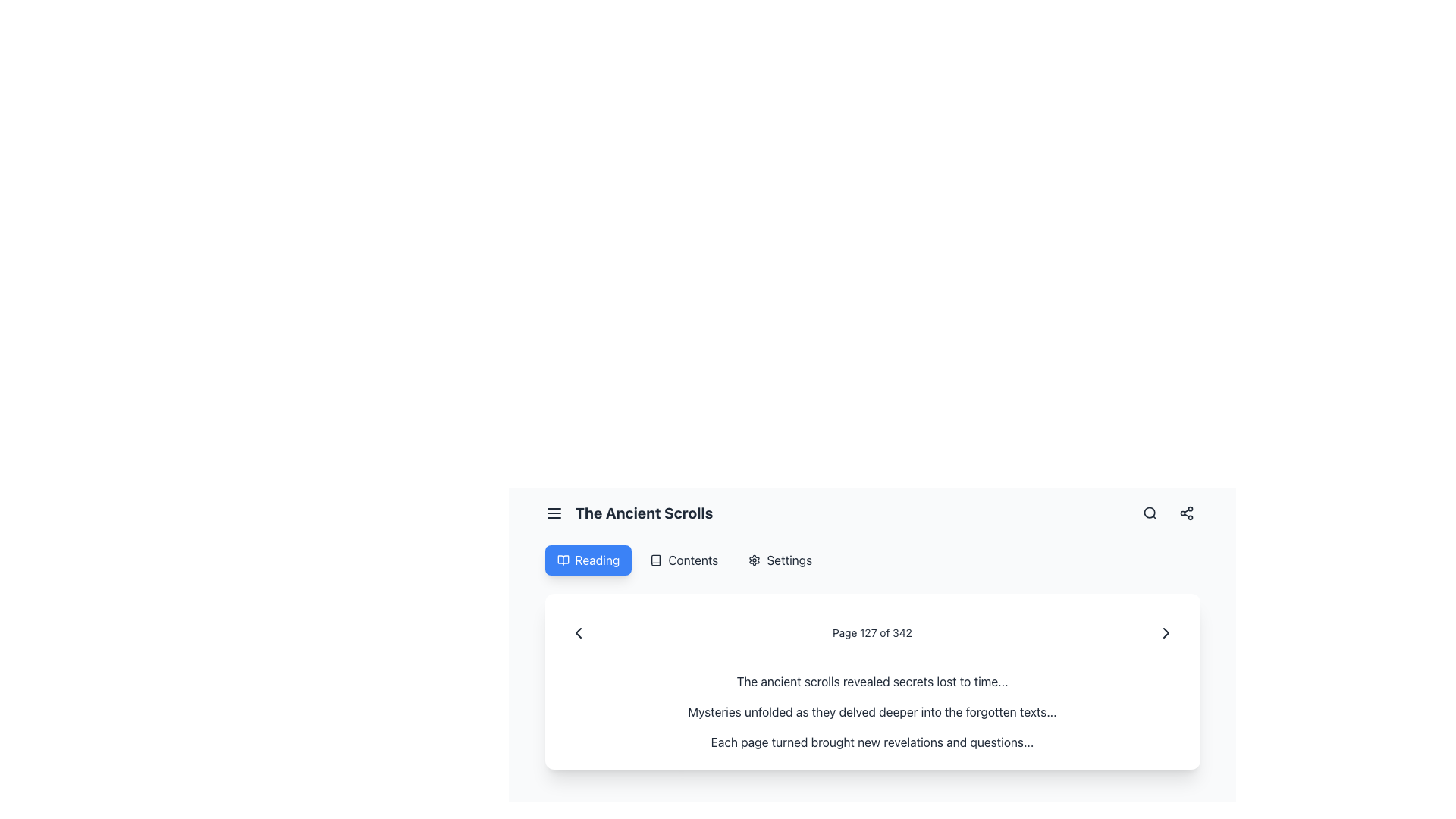  What do you see at coordinates (872, 632) in the screenshot?
I see `the text label that reads 'Page 127 of 342', which is centrally aligned and placed between two navigation buttons` at bounding box center [872, 632].